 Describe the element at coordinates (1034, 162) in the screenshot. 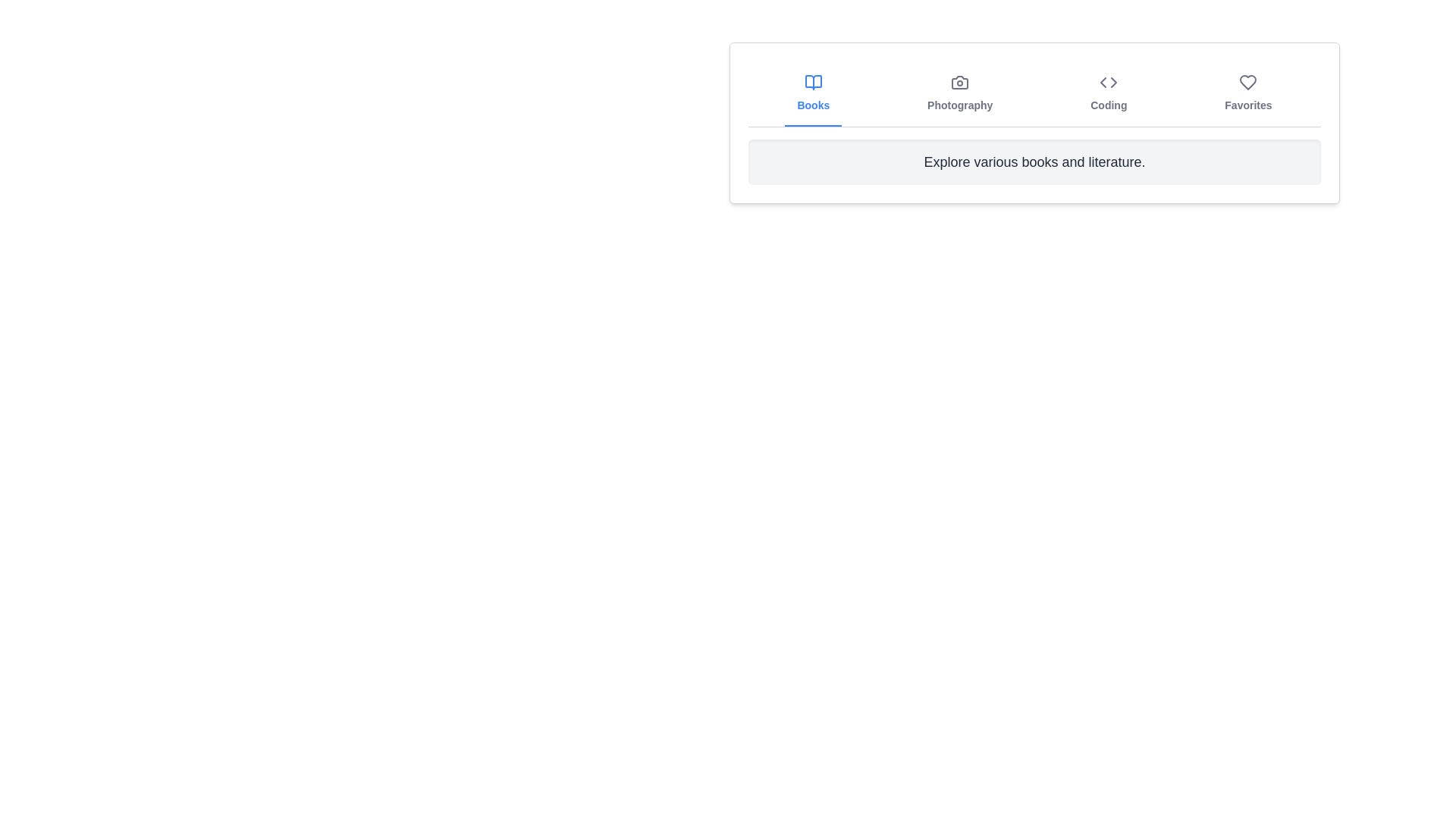

I see `the text label that reads 'Explore various books and literature.' styled in dark gray color, located centrally within a light gray background card below the horizontal menu` at that location.